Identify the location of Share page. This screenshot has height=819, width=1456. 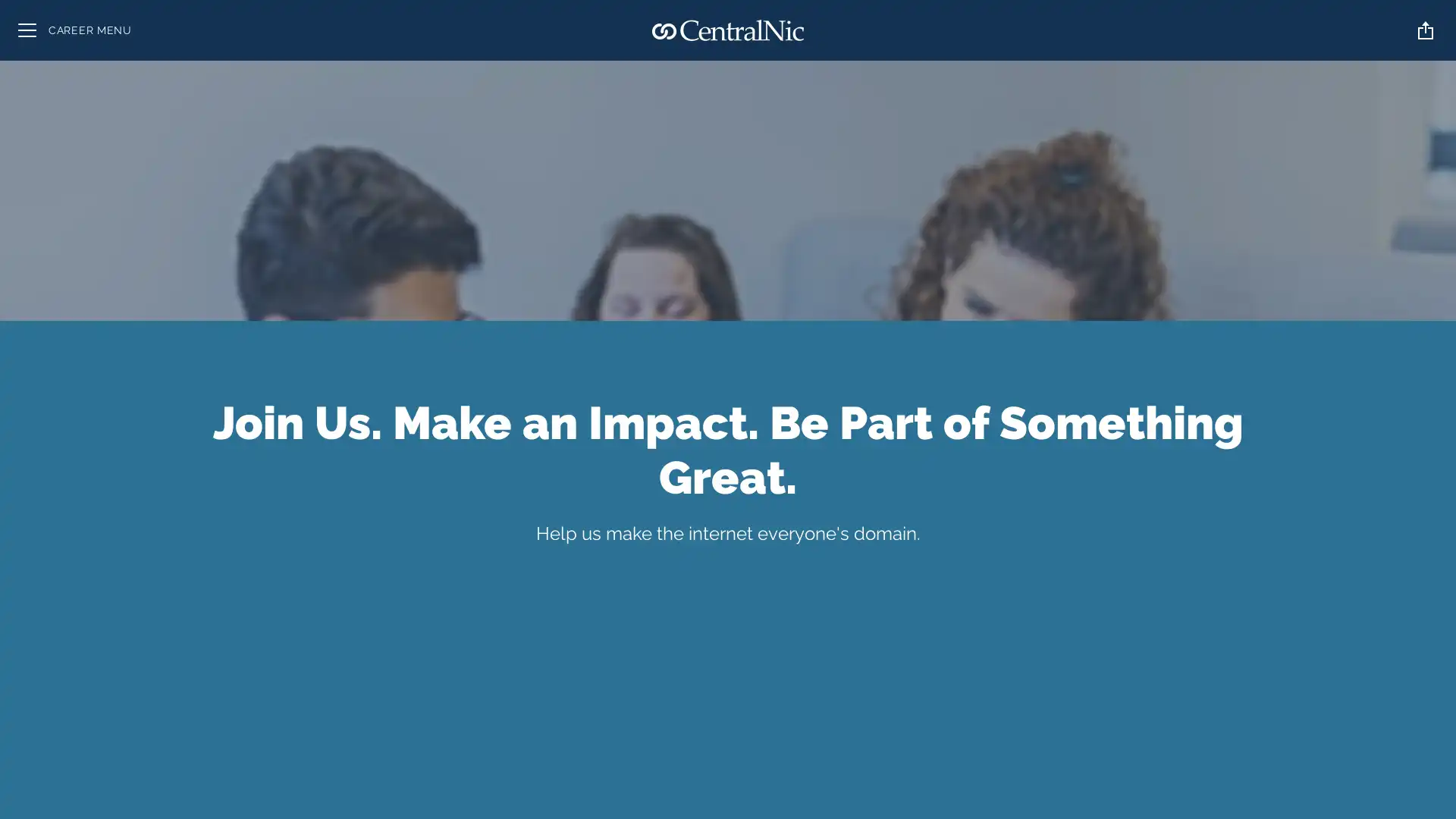
(1425, 30).